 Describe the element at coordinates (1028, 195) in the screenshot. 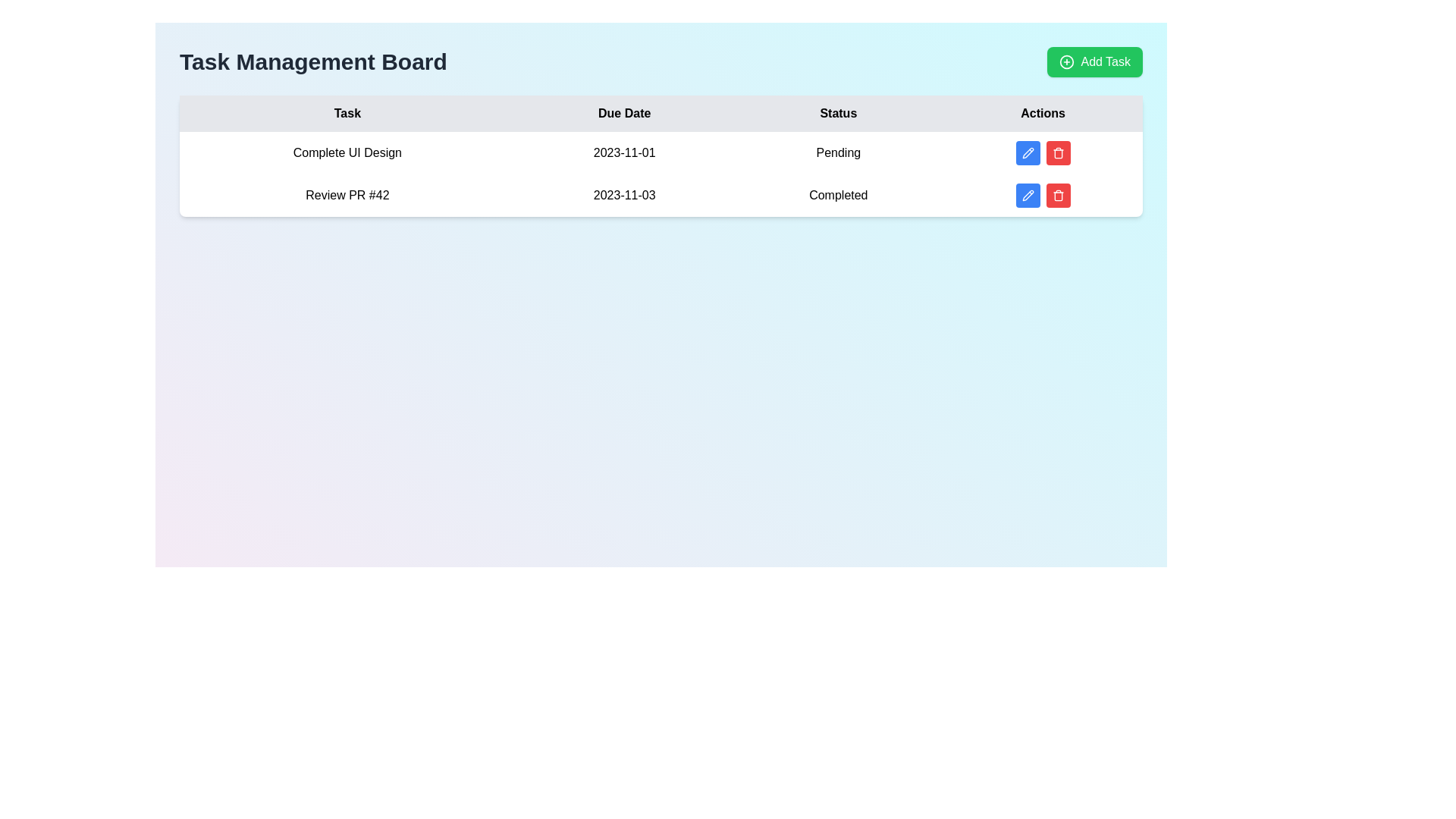

I see `the edit button for the 'Review PR #42' task` at that location.